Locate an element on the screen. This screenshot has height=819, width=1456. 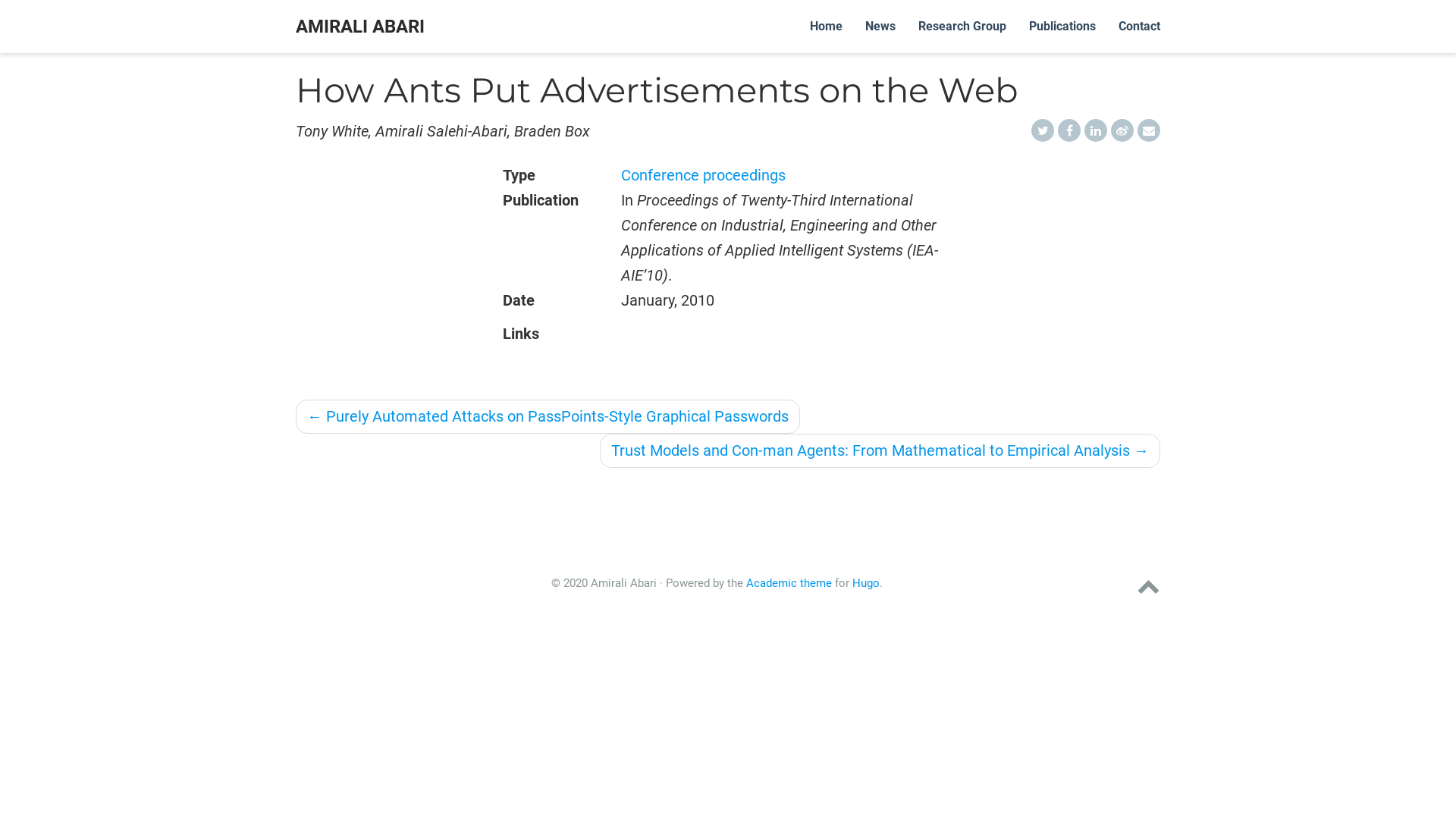
'AMIRALI ABARI' is located at coordinates (359, 26).